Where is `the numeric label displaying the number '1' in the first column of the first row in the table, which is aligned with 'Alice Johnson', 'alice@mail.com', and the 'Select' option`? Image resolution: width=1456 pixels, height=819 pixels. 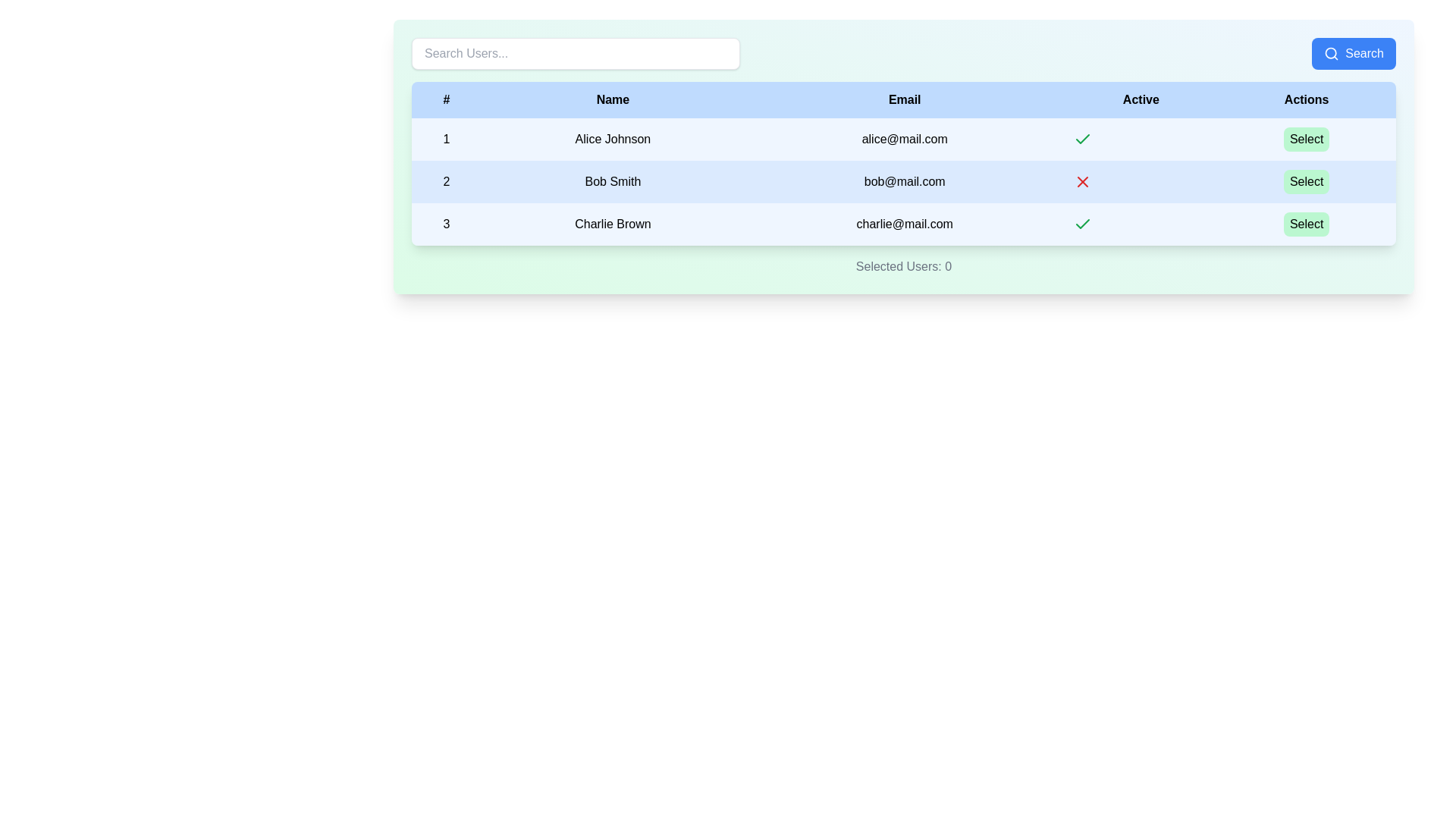 the numeric label displaying the number '1' in the first column of the first row in the table, which is aligned with 'Alice Johnson', 'alice@mail.com', and the 'Select' option is located at coordinates (445, 140).